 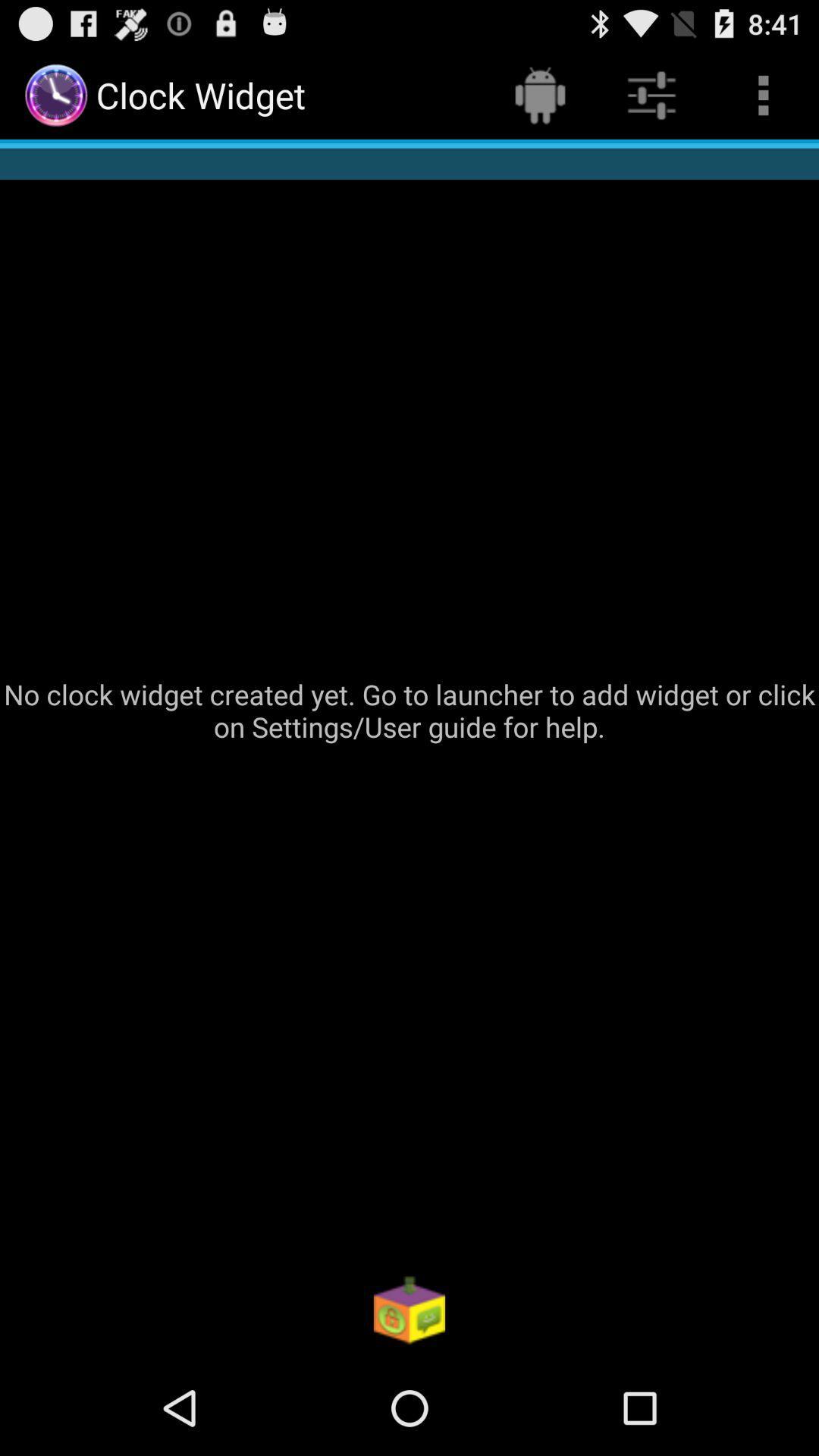 I want to click on icon above no clock widget icon, so click(x=763, y=94).